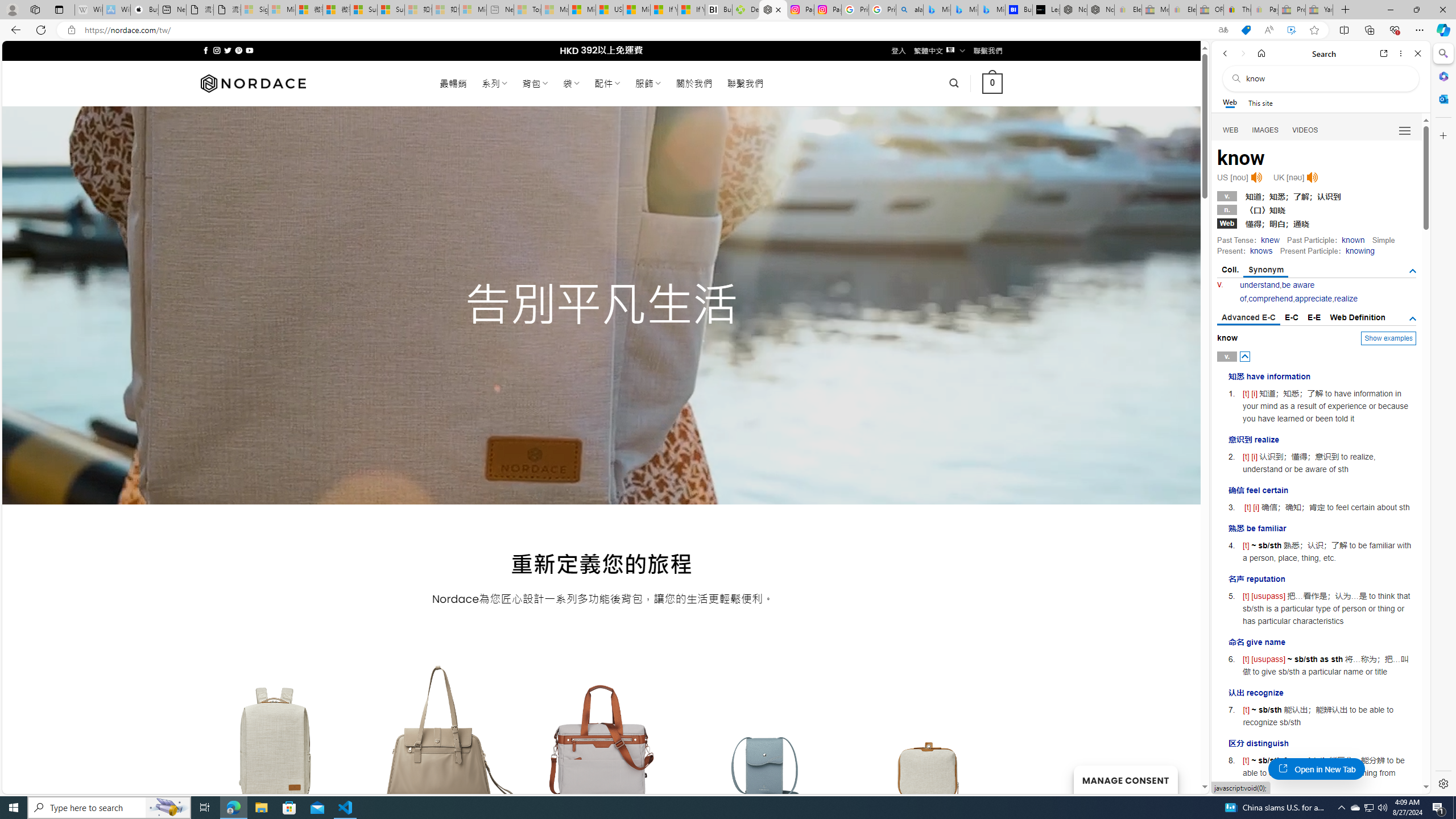 This screenshot has height=819, width=1456. What do you see at coordinates (1412, 318) in the screenshot?
I see `'AutomationID: tgdef'` at bounding box center [1412, 318].